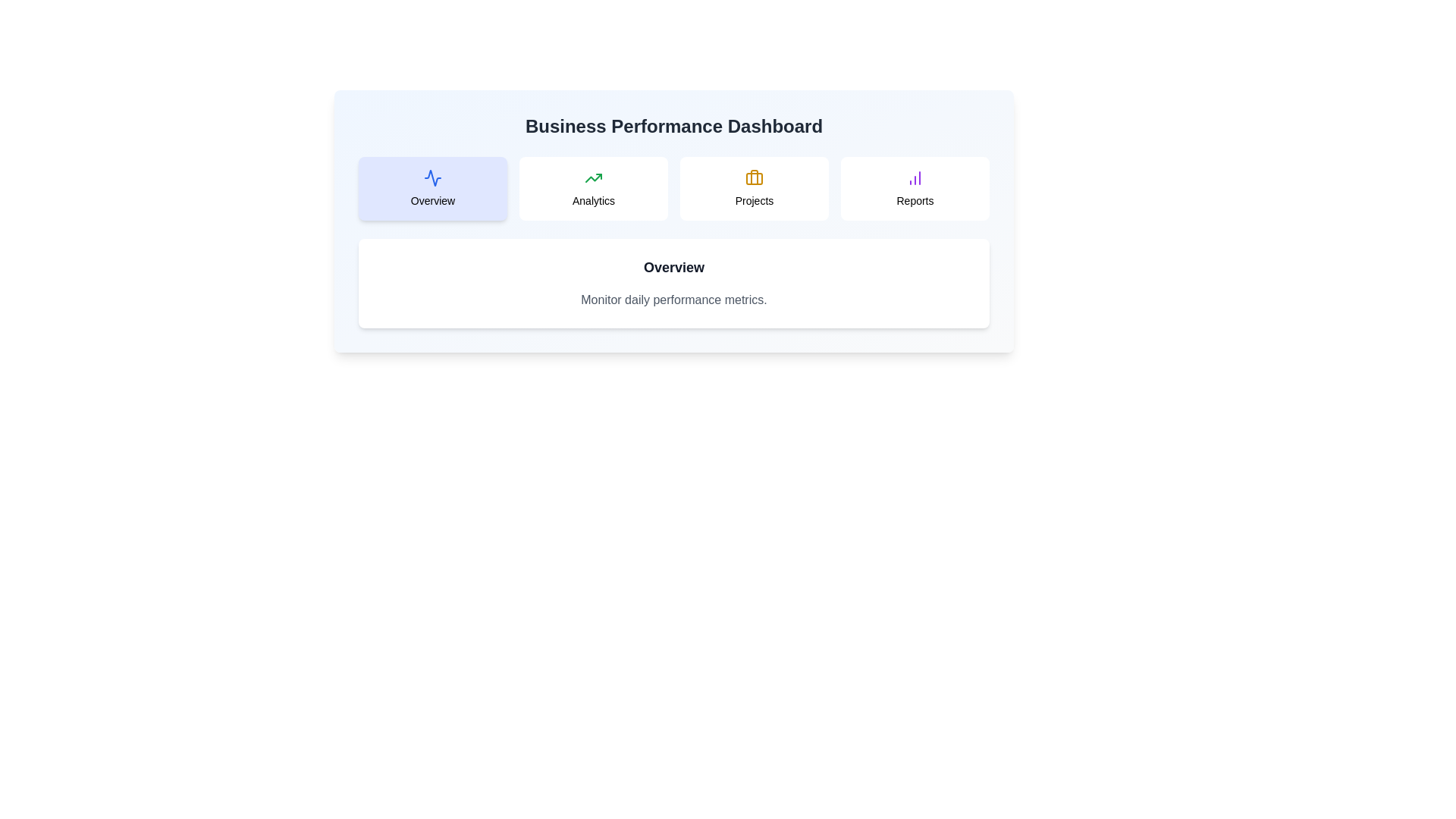 The image size is (1456, 819). I want to click on the tab corresponding to Overview to display hover feedback, so click(432, 188).